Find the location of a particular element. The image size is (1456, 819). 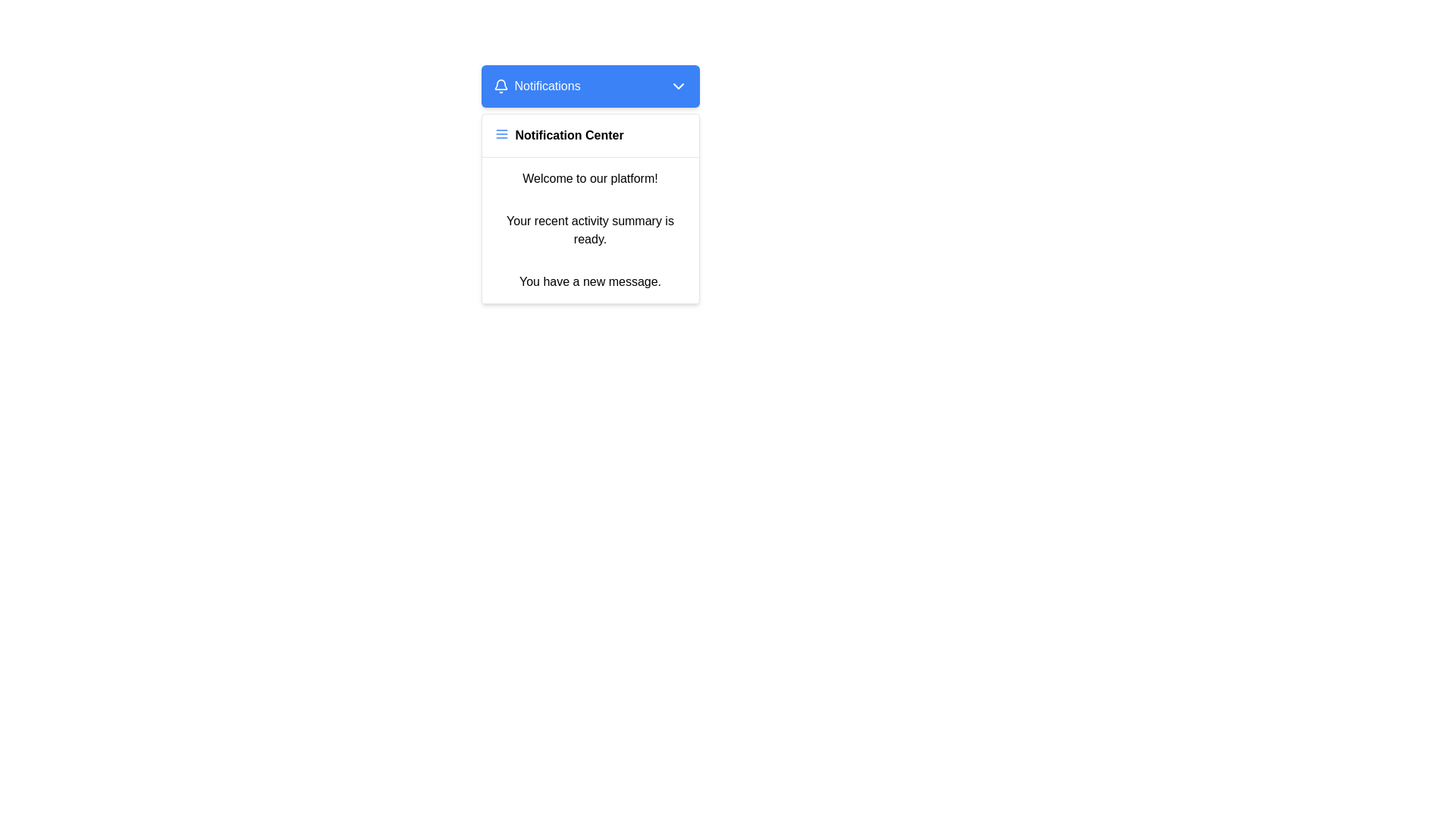

the notification Text block that informs the user about the readiness of their recent activity summary, located under the 'Notification Center' header is located at coordinates (589, 231).